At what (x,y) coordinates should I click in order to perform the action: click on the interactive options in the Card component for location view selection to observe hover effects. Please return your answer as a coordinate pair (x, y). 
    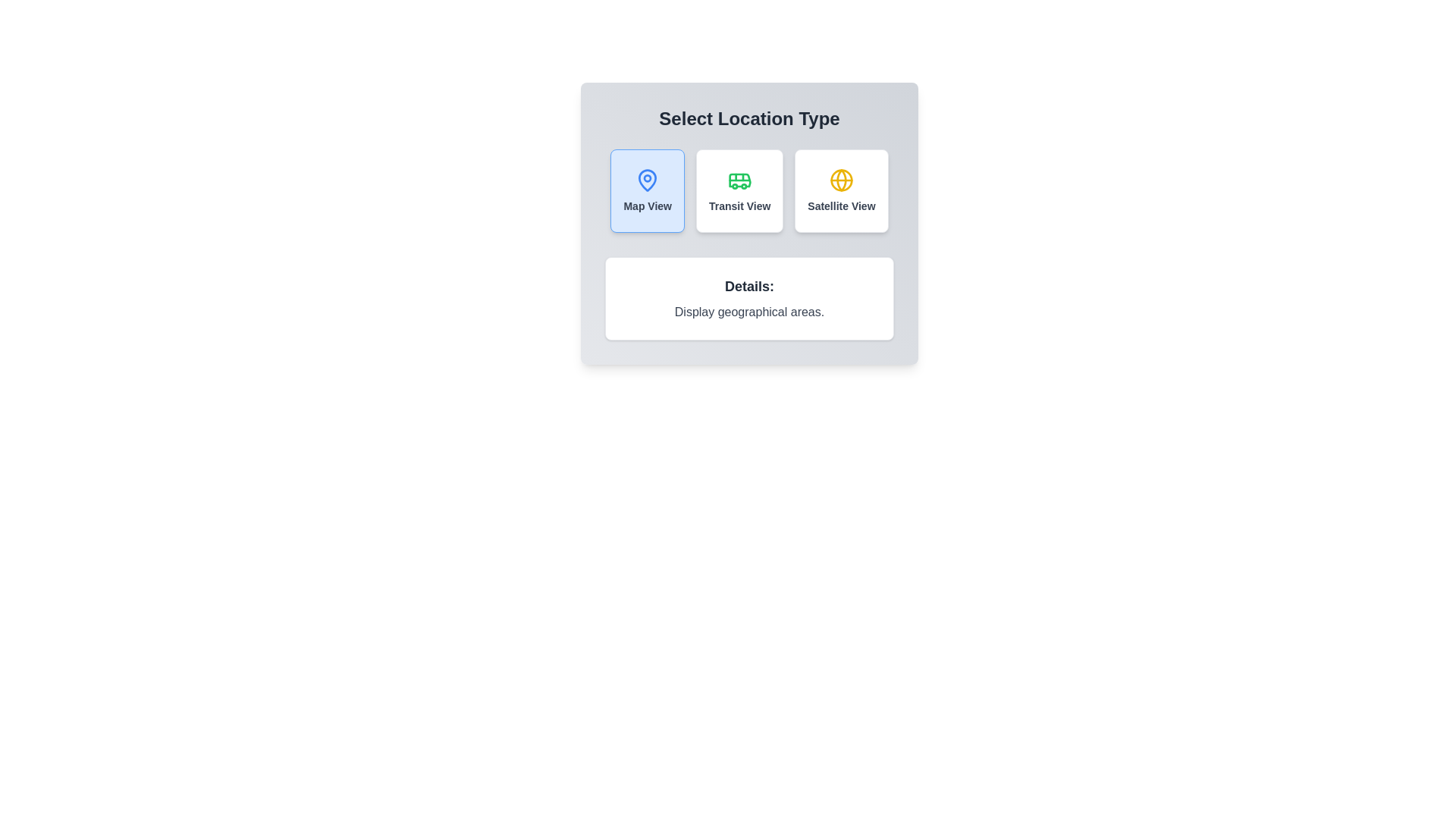
    Looking at the image, I should click on (749, 223).